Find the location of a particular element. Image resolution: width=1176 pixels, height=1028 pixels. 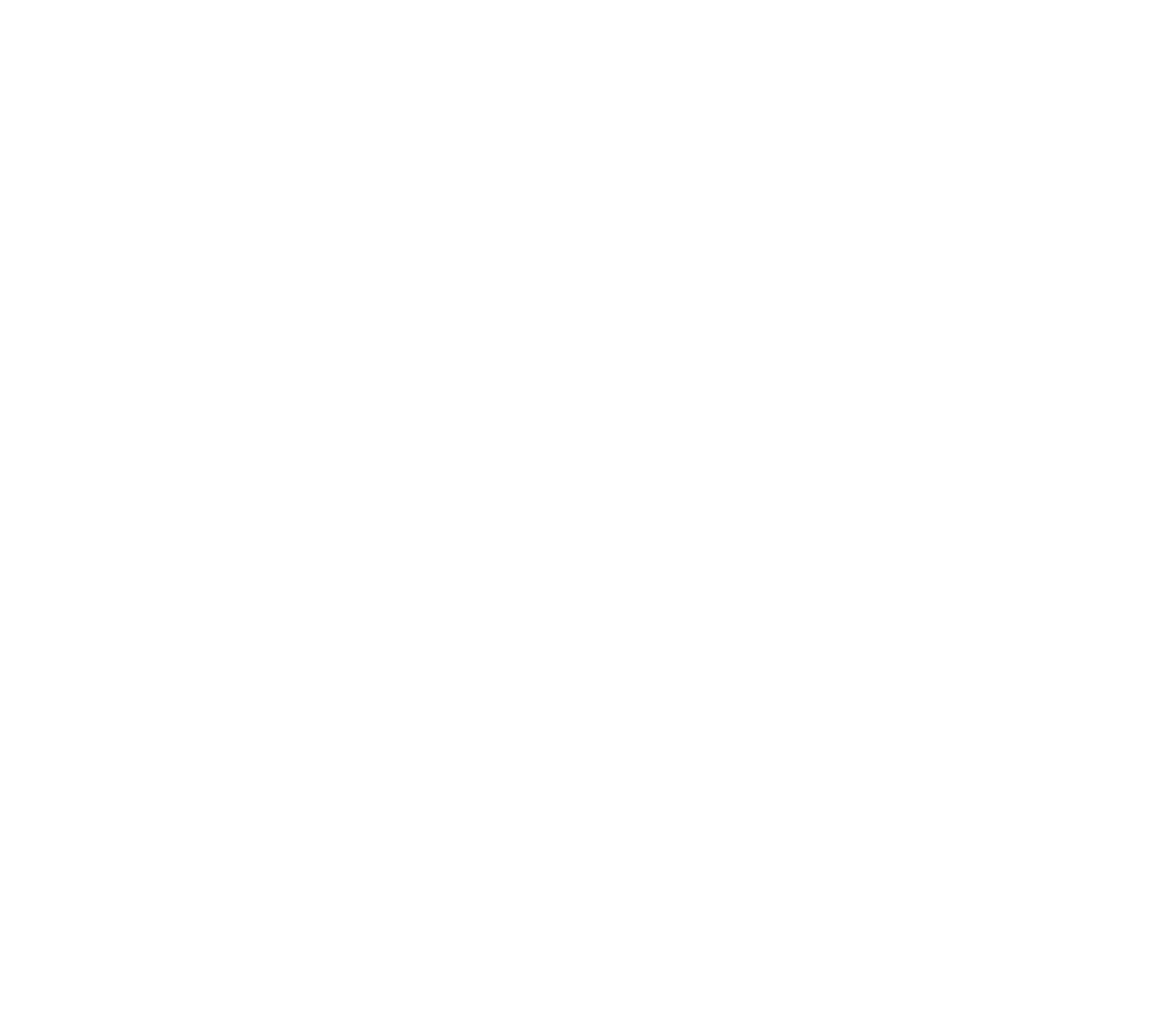

'Accessibility Statement' is located at coordinates (586, 851).